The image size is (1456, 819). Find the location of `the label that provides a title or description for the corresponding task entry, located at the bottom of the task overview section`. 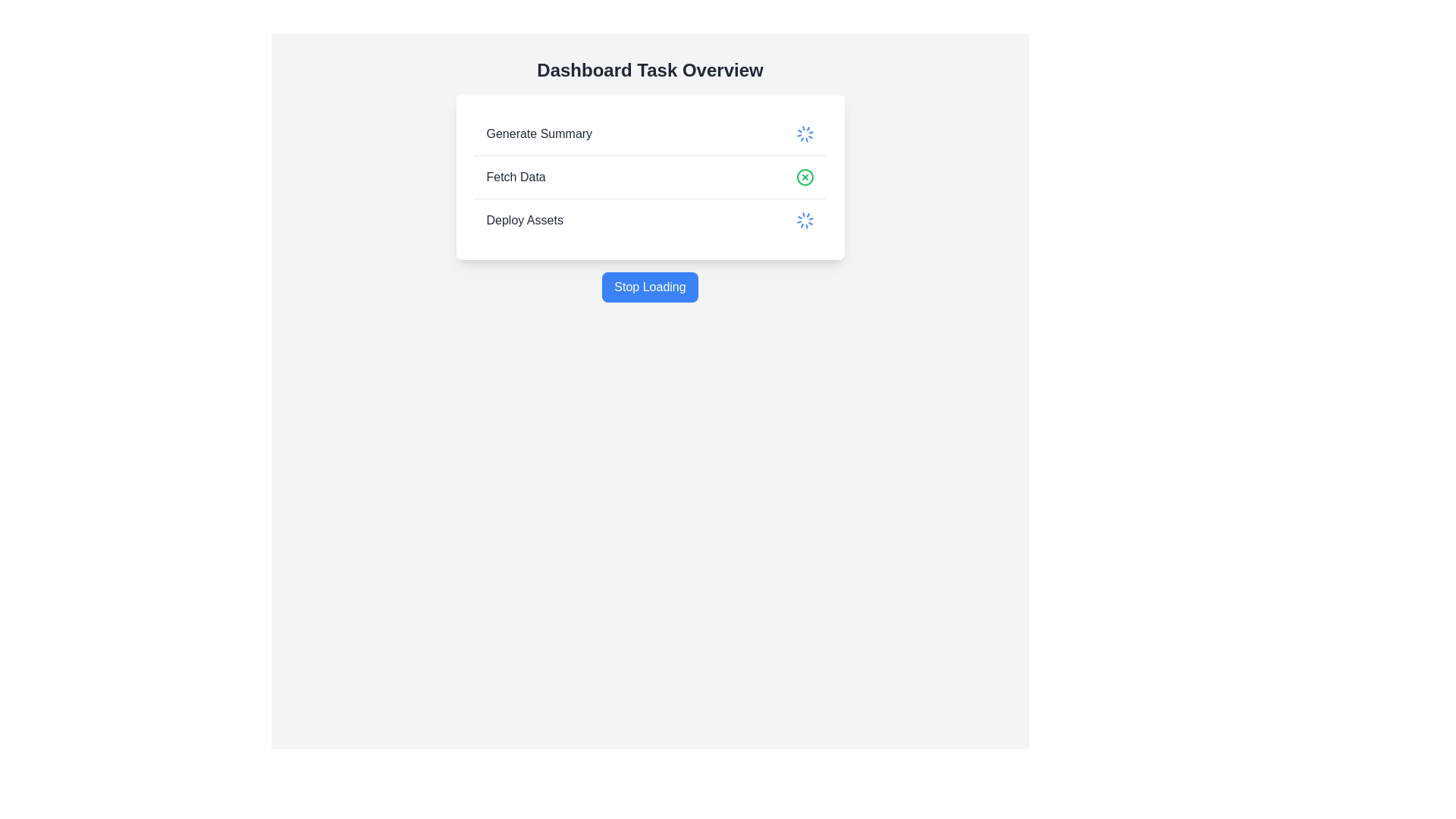

the label that provides a title or description for the corresponding task entry, located at the bottom of the task overview section is located at coordinates (525, 220).